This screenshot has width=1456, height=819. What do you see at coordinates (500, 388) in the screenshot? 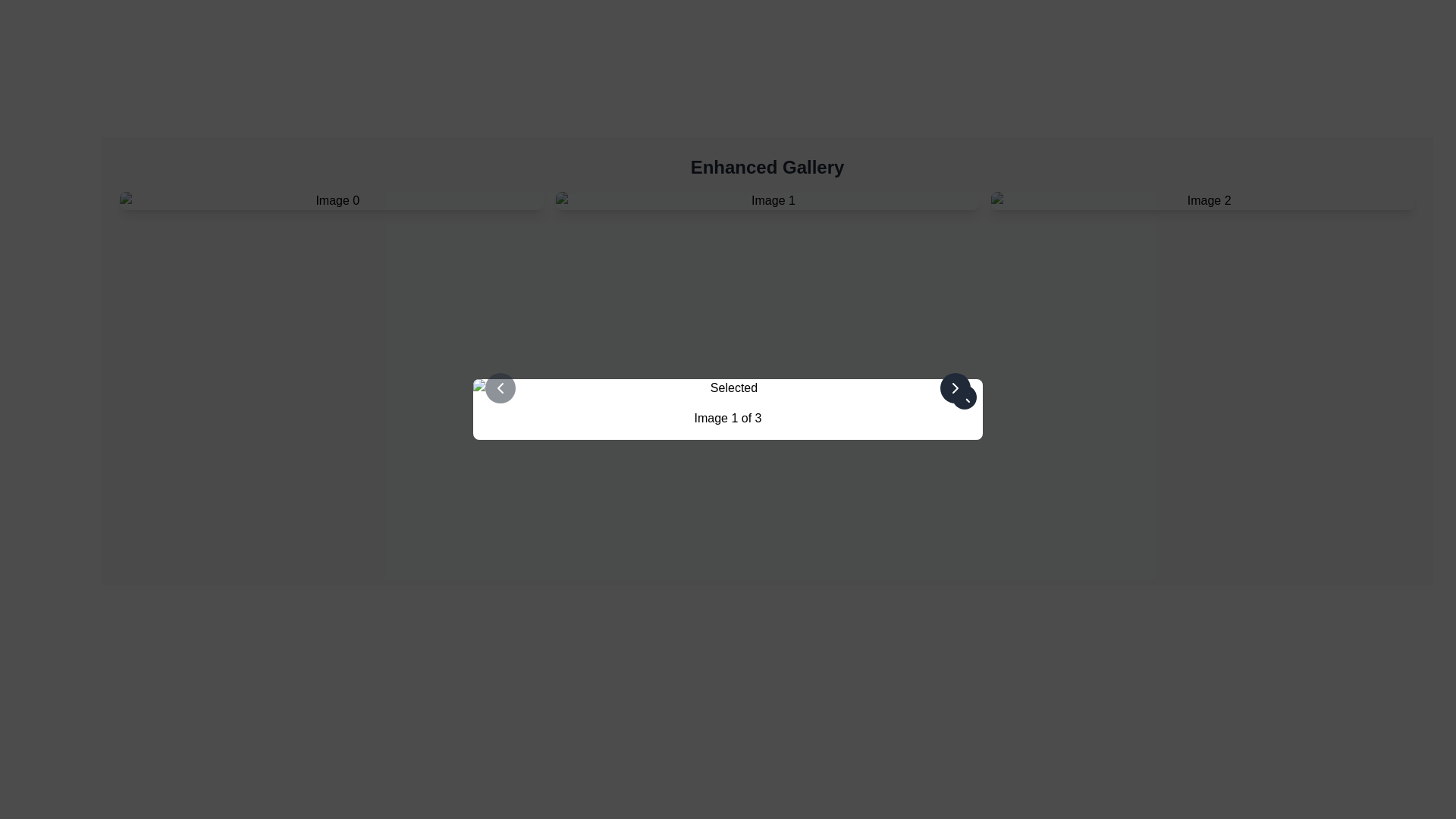
I see `the left circular button with a gray background and a white leftward arrow icon, positioned slightly to the left edge of the main interaction area` at bounding box center [500, 388].